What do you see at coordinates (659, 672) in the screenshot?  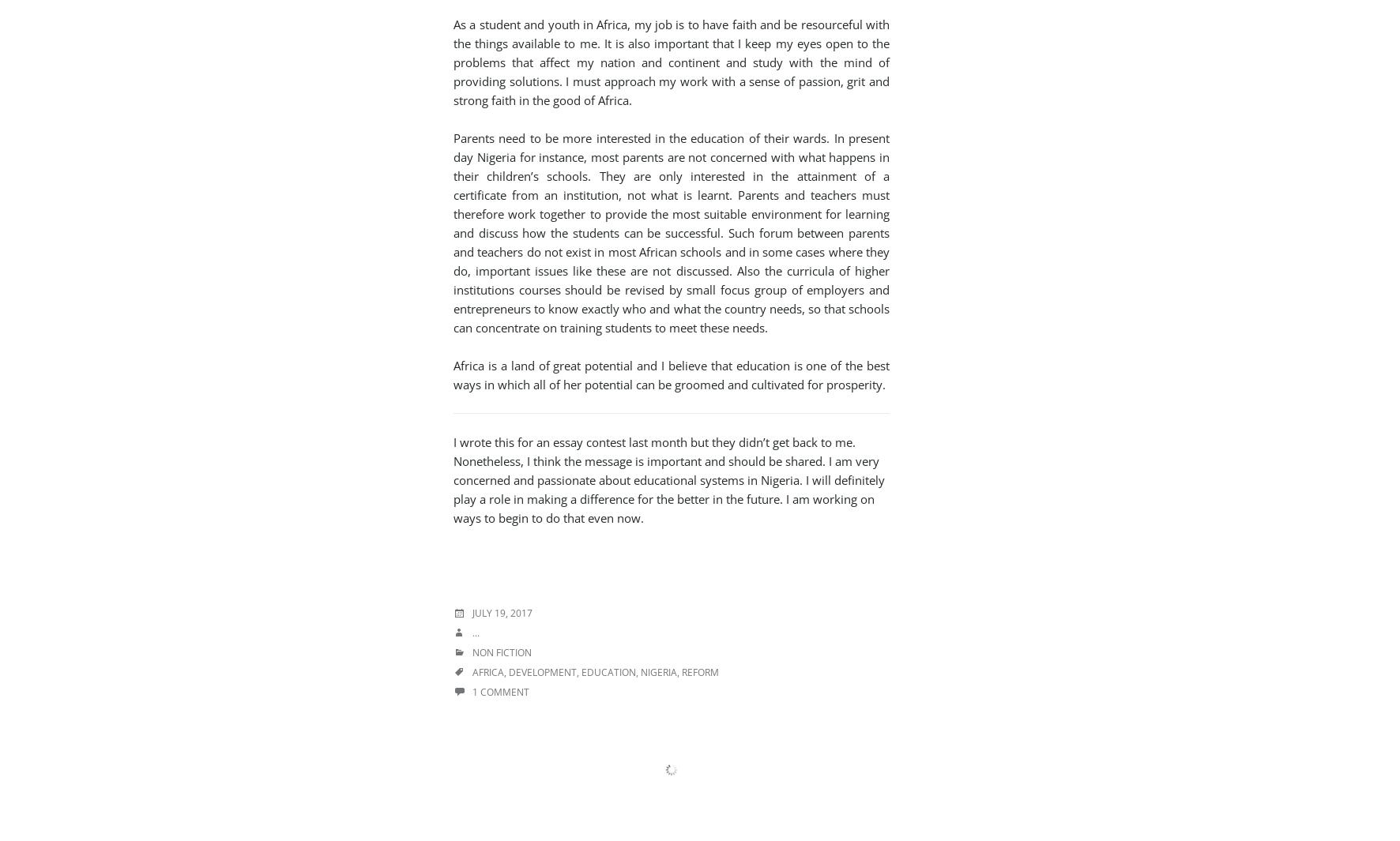 I see `'Nigeria'` at bounding box center [659, 672].